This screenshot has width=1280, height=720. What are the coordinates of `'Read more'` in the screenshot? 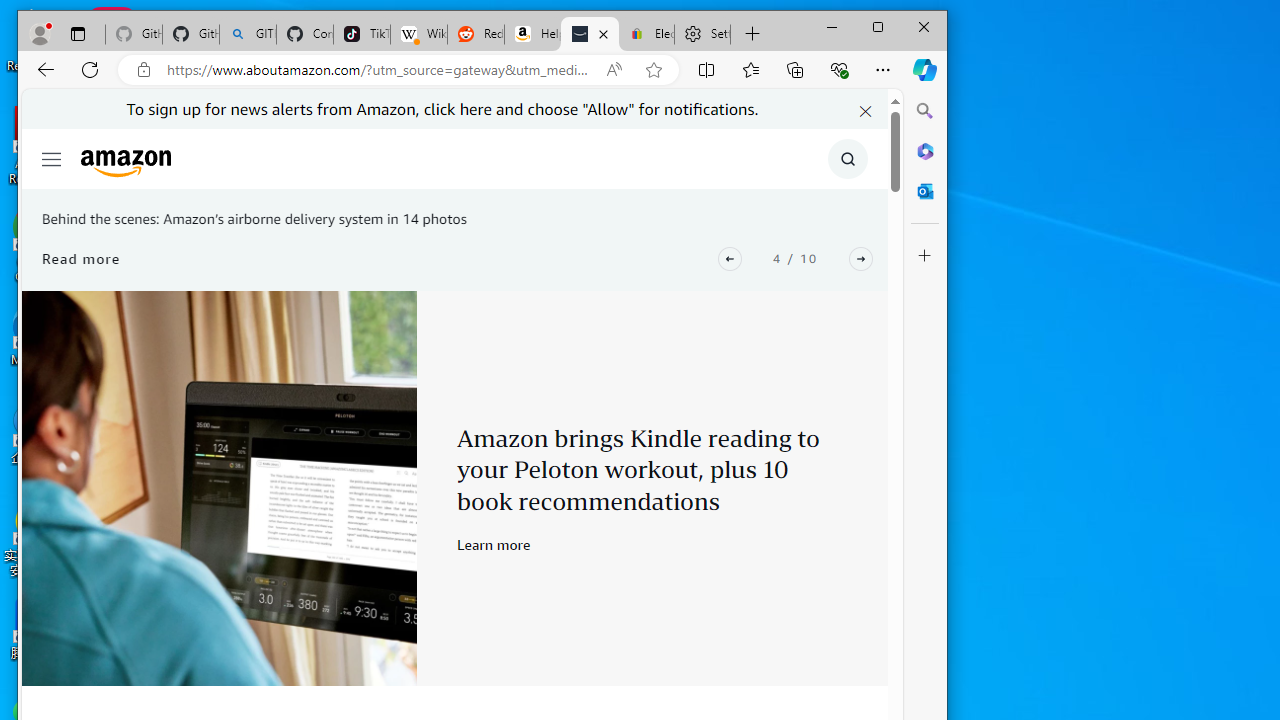 It's located at (80, 257).